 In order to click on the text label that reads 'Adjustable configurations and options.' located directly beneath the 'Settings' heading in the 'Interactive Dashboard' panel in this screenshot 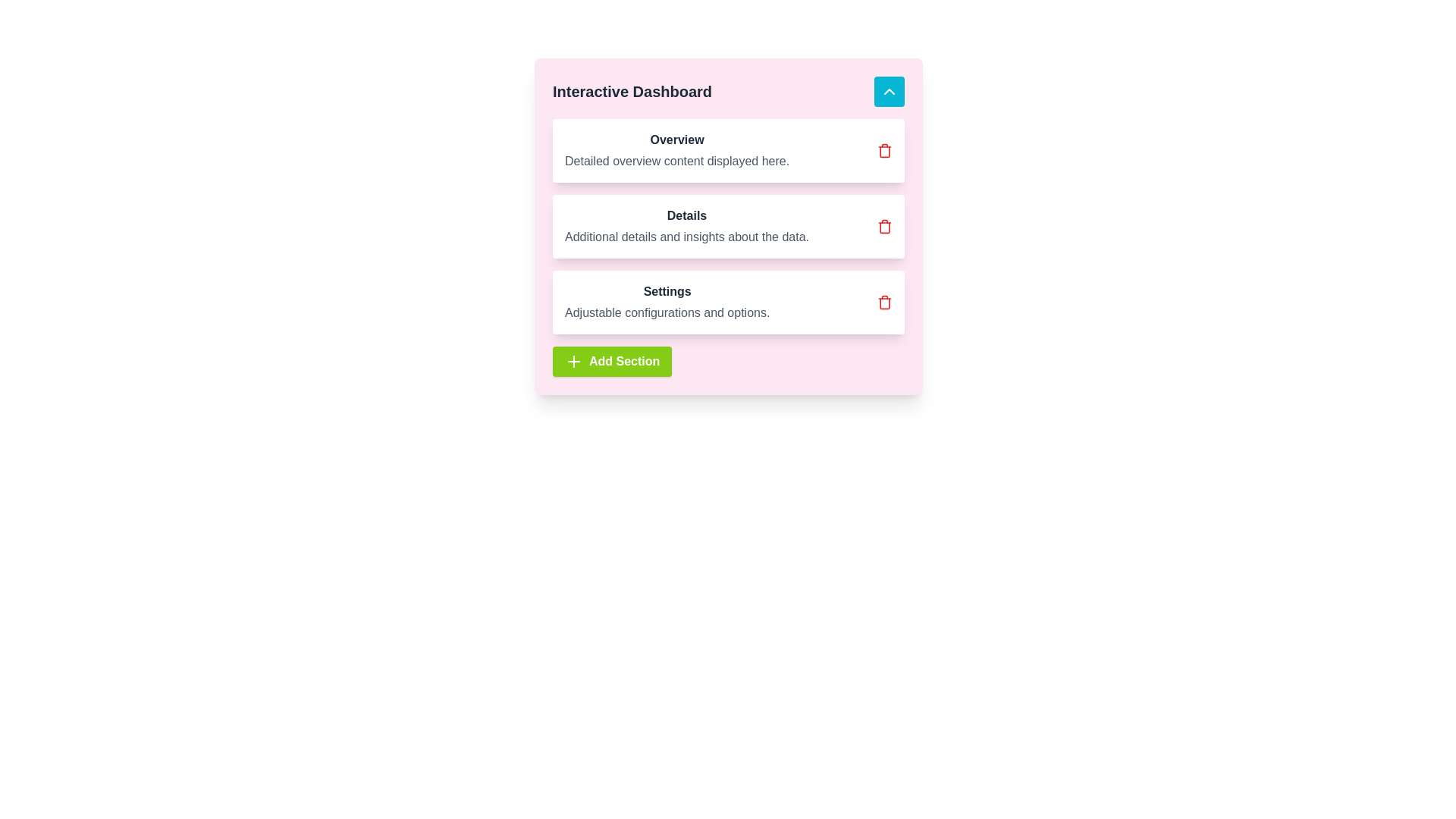, I will do `click(667, 312)`.